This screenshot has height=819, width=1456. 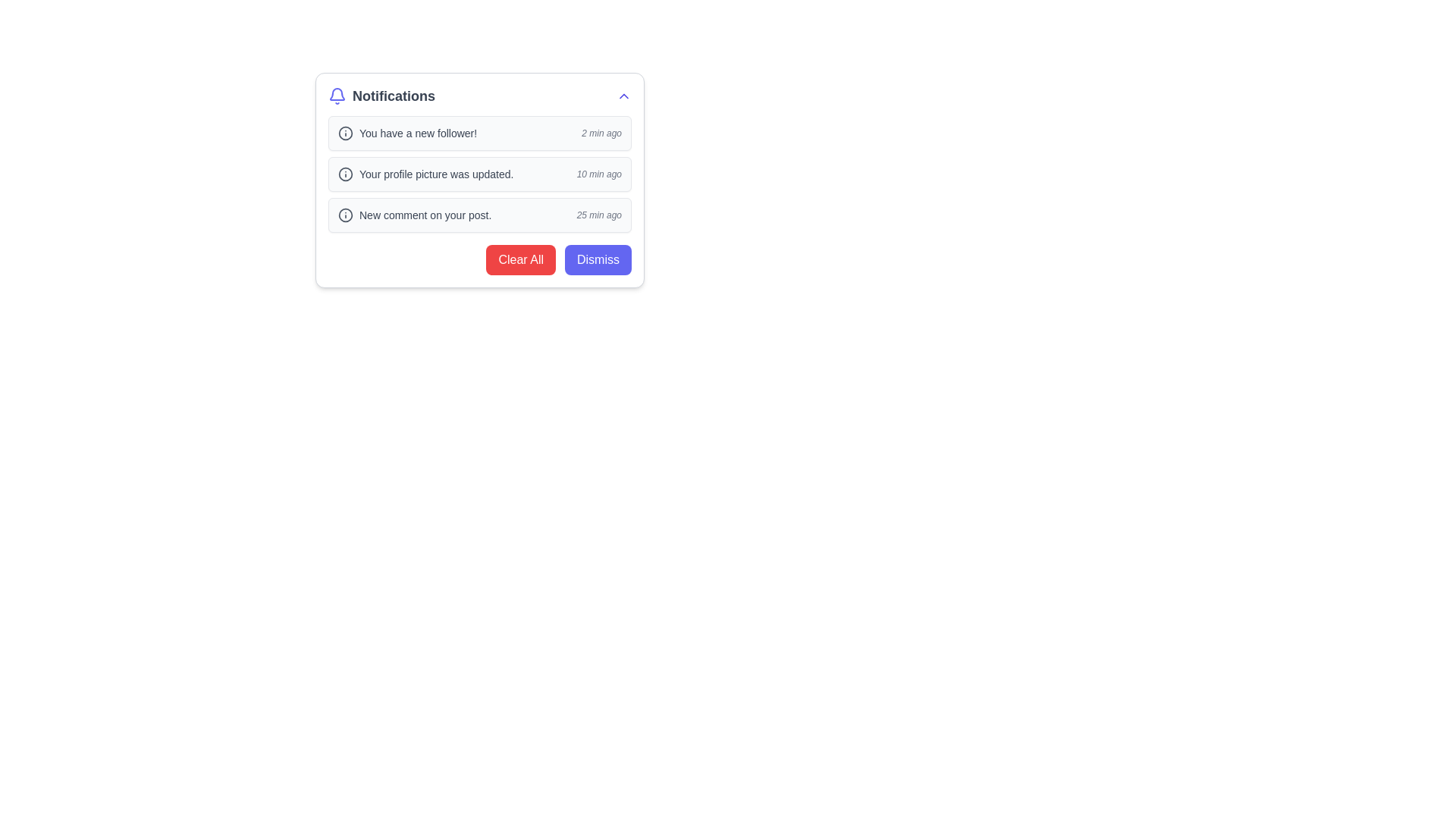 What do you see at coordinates (435, 174) in the screenshot?
I see `the static text label that informs the user about the successful update of their profile picture, located in the second row of the notifications list` at bounding box center [435, 174].